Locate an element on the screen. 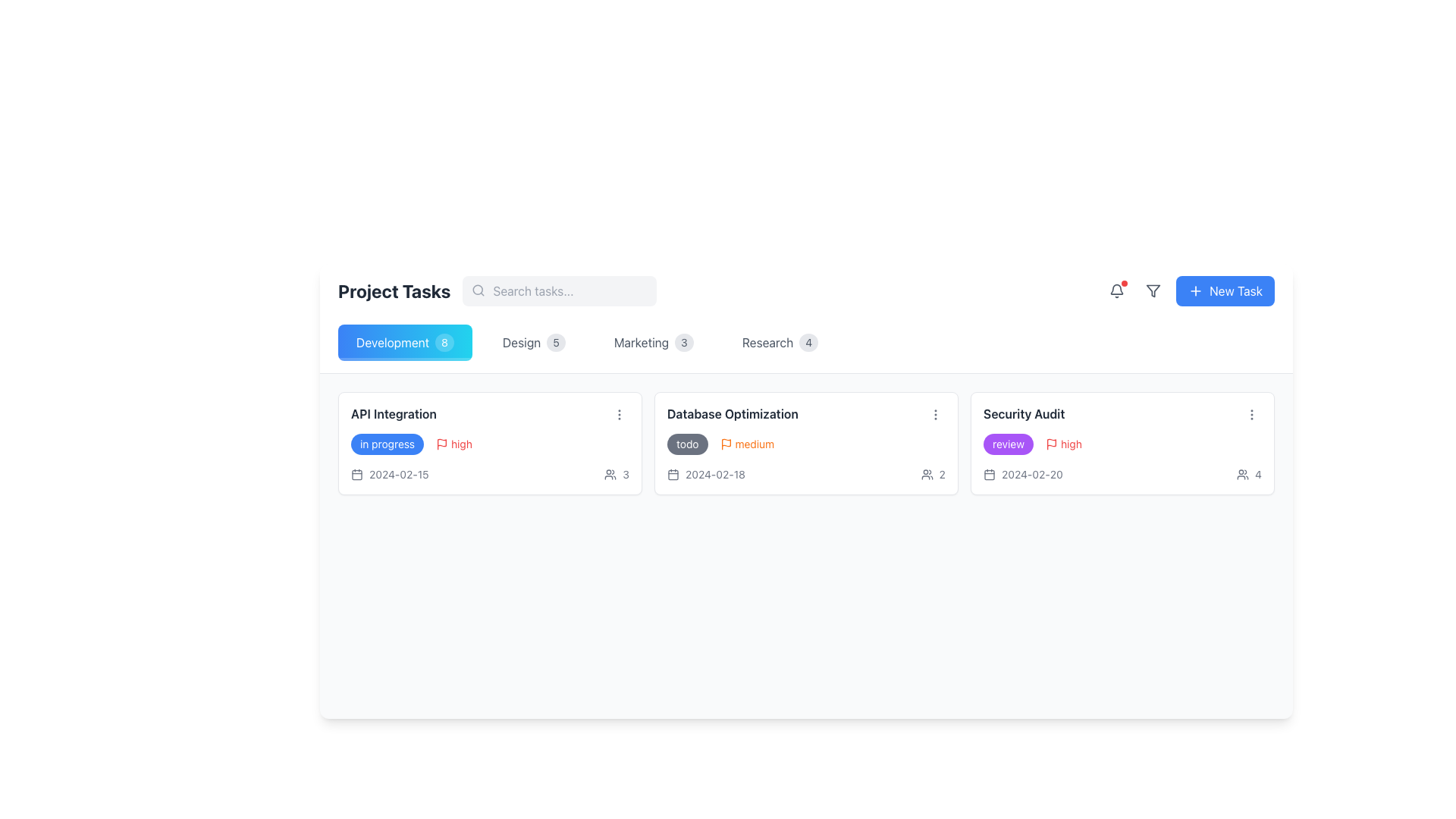 This screenshot has width=1456, height=819. the 'Security Audit' text label, which is styled with a bold font and dark gray color, located at the top of the card is located at coordinates (1024, 414).